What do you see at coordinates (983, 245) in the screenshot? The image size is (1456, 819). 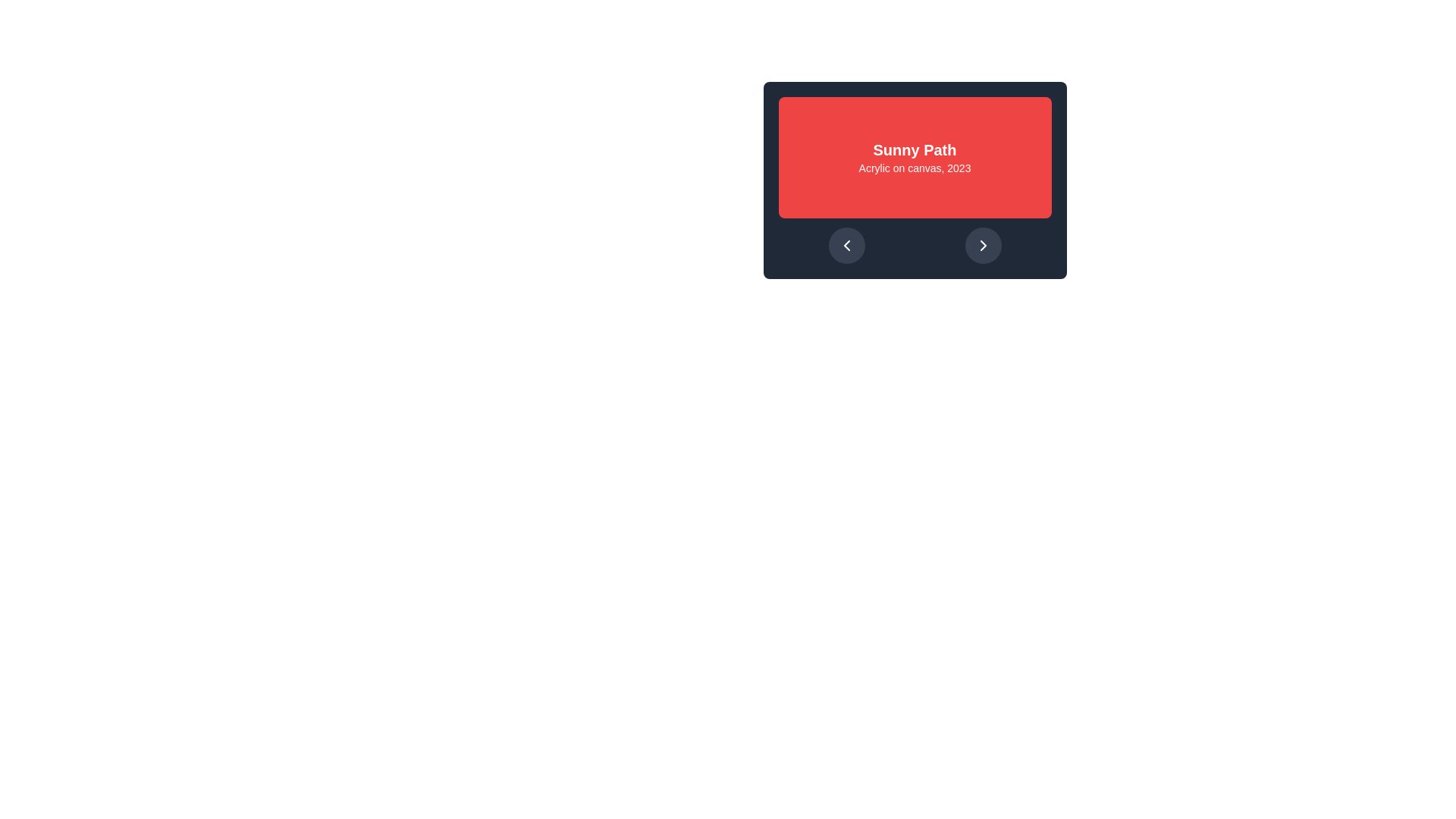 I see `the 'next' button located on the right side of the navigation control bar` at bounding box center [983, 245].